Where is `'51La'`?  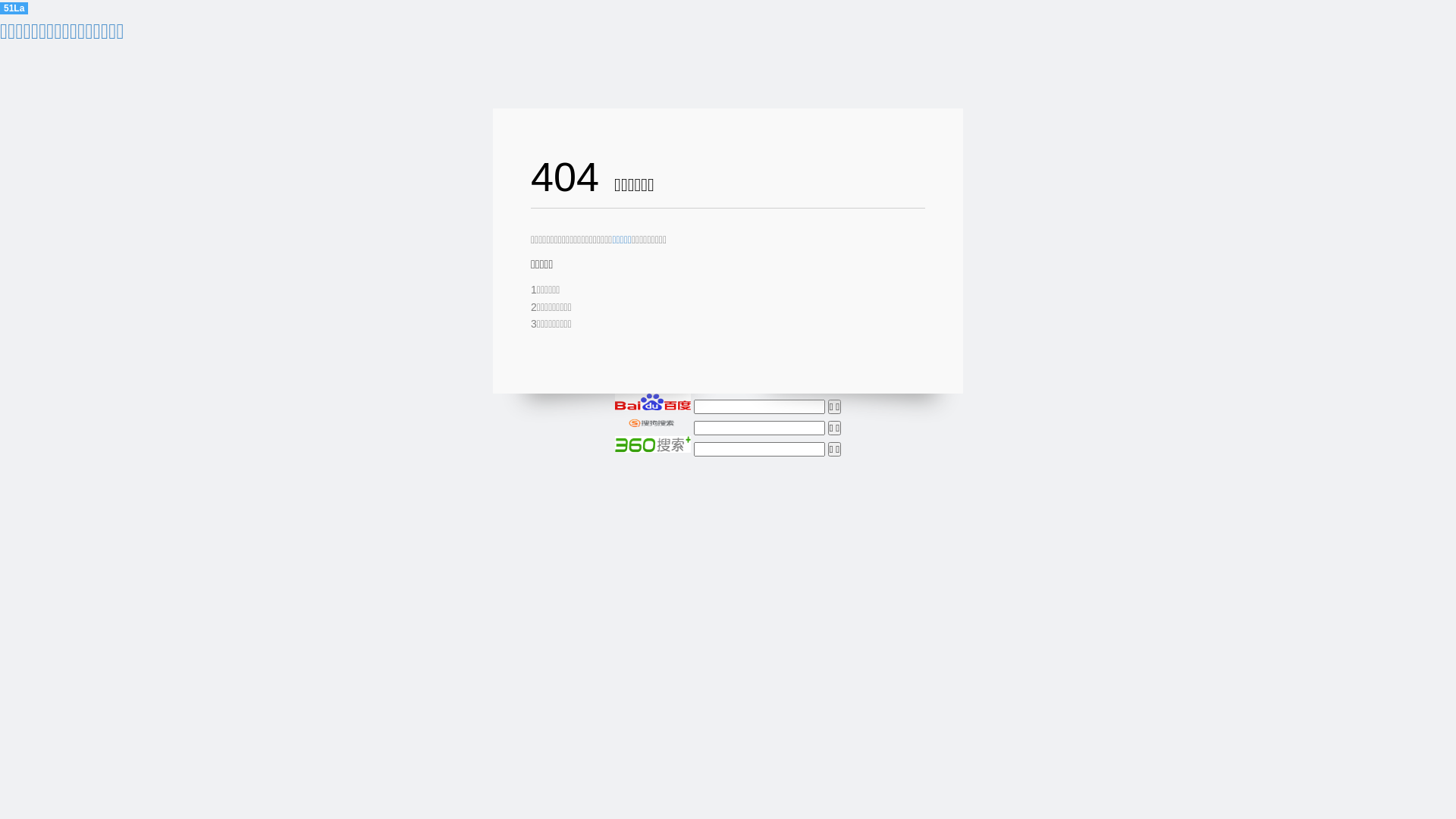
'51La' is located at coordinates (14, 8).